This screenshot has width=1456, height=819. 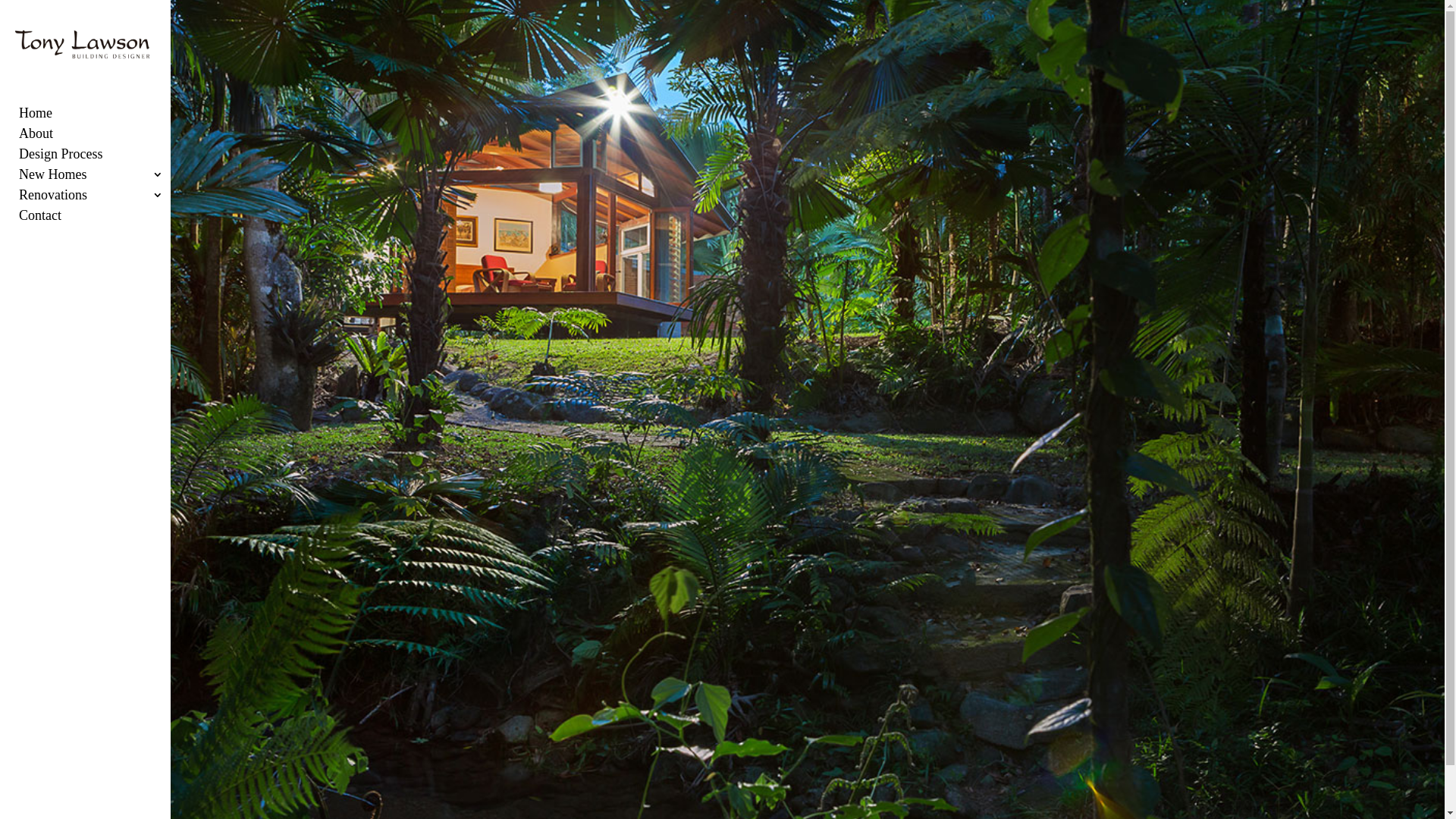 What do you see at coordinates (101, 199) in the screenshot?
I see `'Renovations'` at bounding box center [101, 199].